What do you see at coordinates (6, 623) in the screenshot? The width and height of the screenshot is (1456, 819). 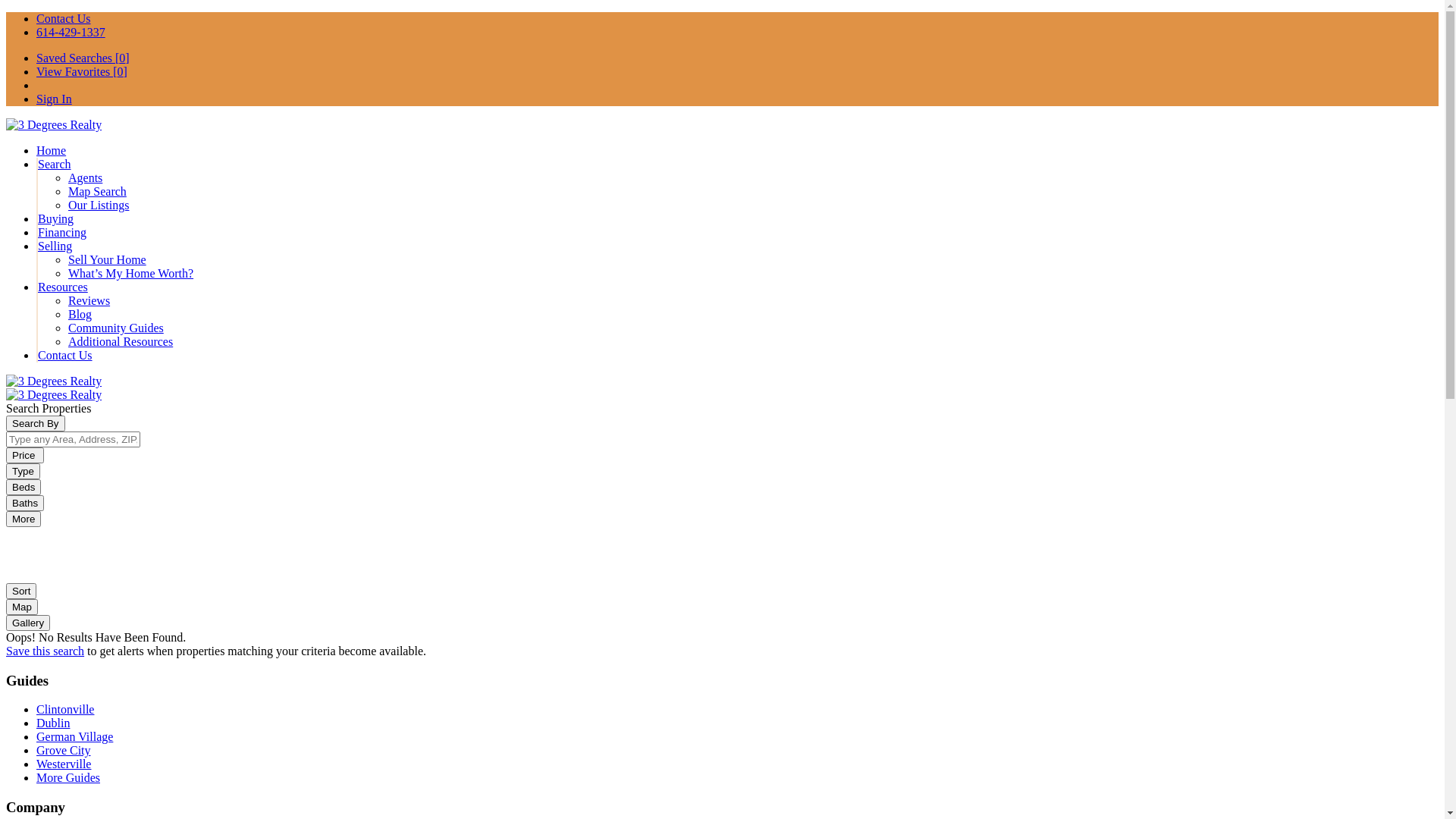 I see `'Gallery'` at bounding box center [6, 623].